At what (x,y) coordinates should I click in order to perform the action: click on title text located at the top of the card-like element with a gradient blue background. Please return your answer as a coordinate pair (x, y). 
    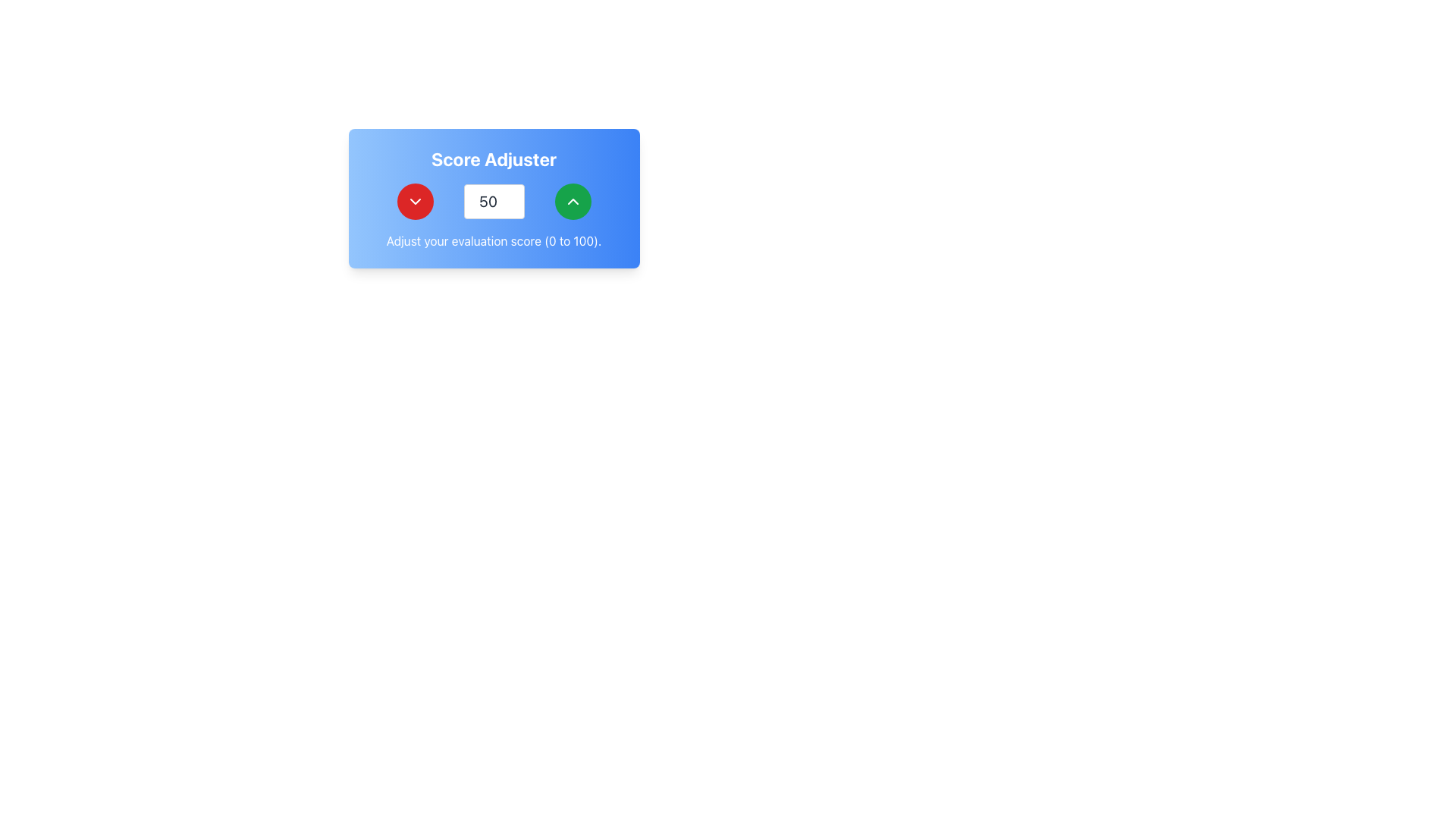
    Looking at the image, I should click on (494, 158).